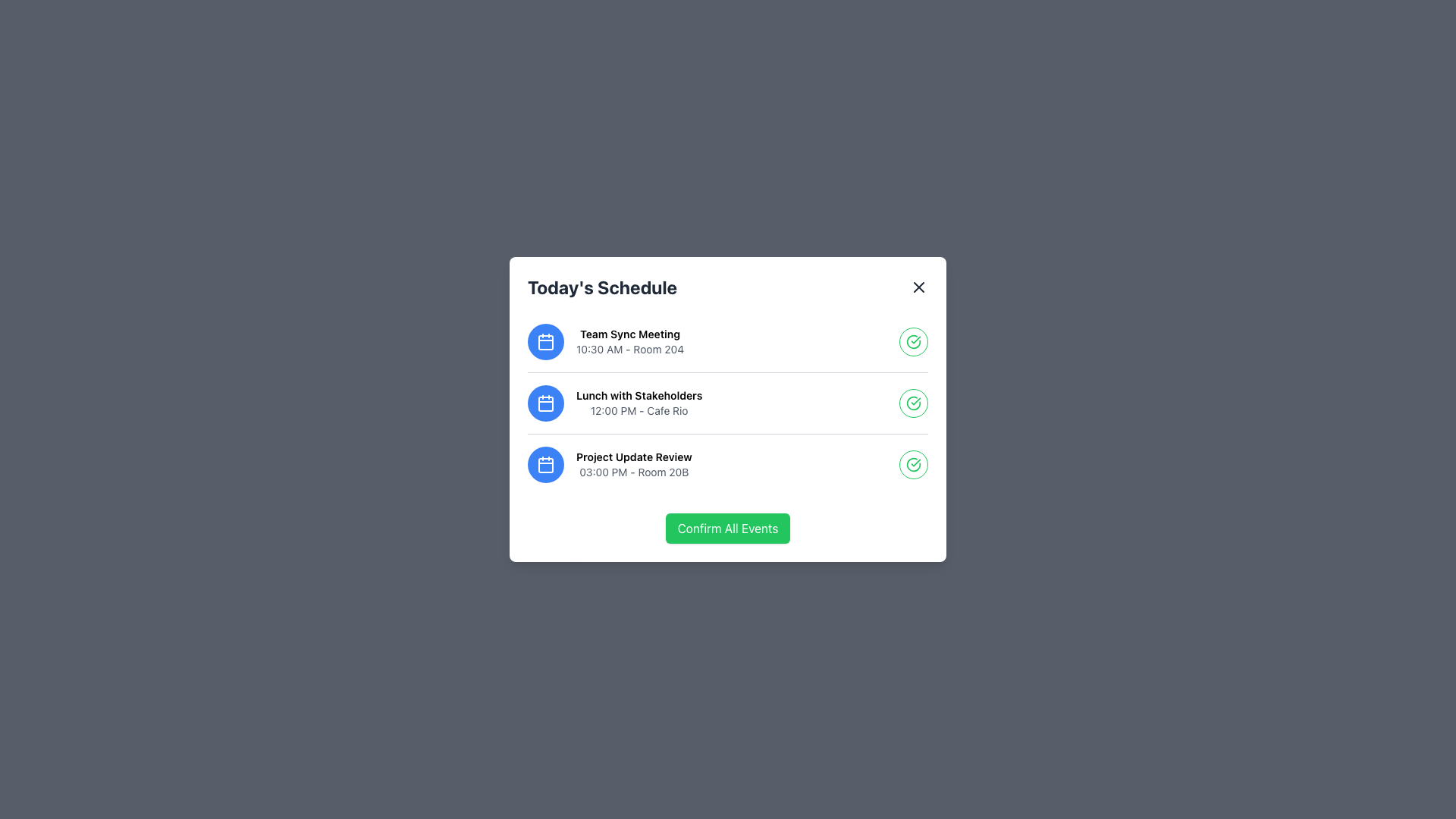  What do you see at coordinates (912, 342) in the screenshot?
I see `the circular icon with a green border and a green checkmark, located to the right of the 'Team Sync Meeting' text in the vertical list of events` at bounding box center [912, 342].